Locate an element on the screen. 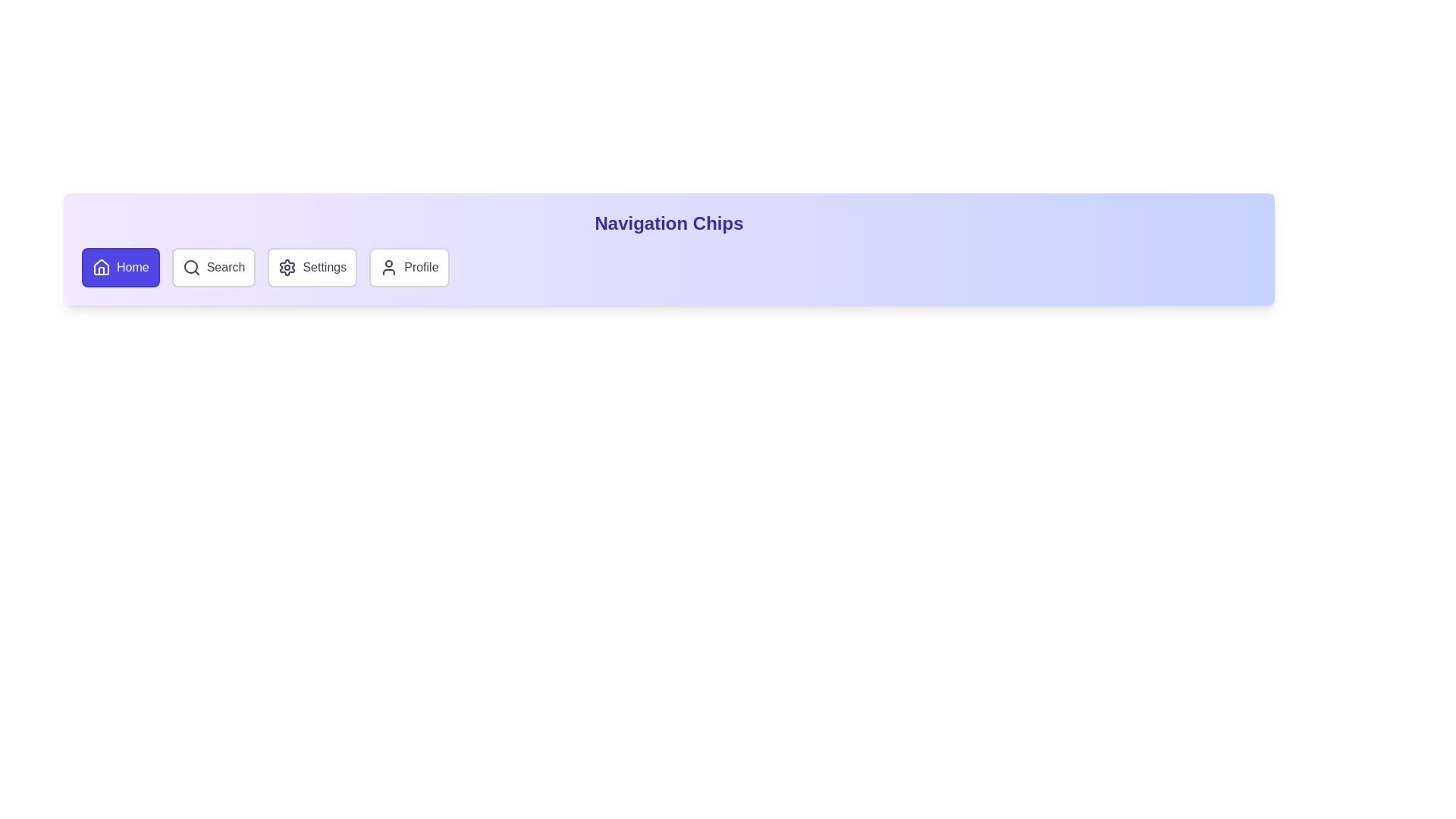 The image size is (1456, 819). the chip labeled Home to observe the hover effect is located at coordinates (119, 267).